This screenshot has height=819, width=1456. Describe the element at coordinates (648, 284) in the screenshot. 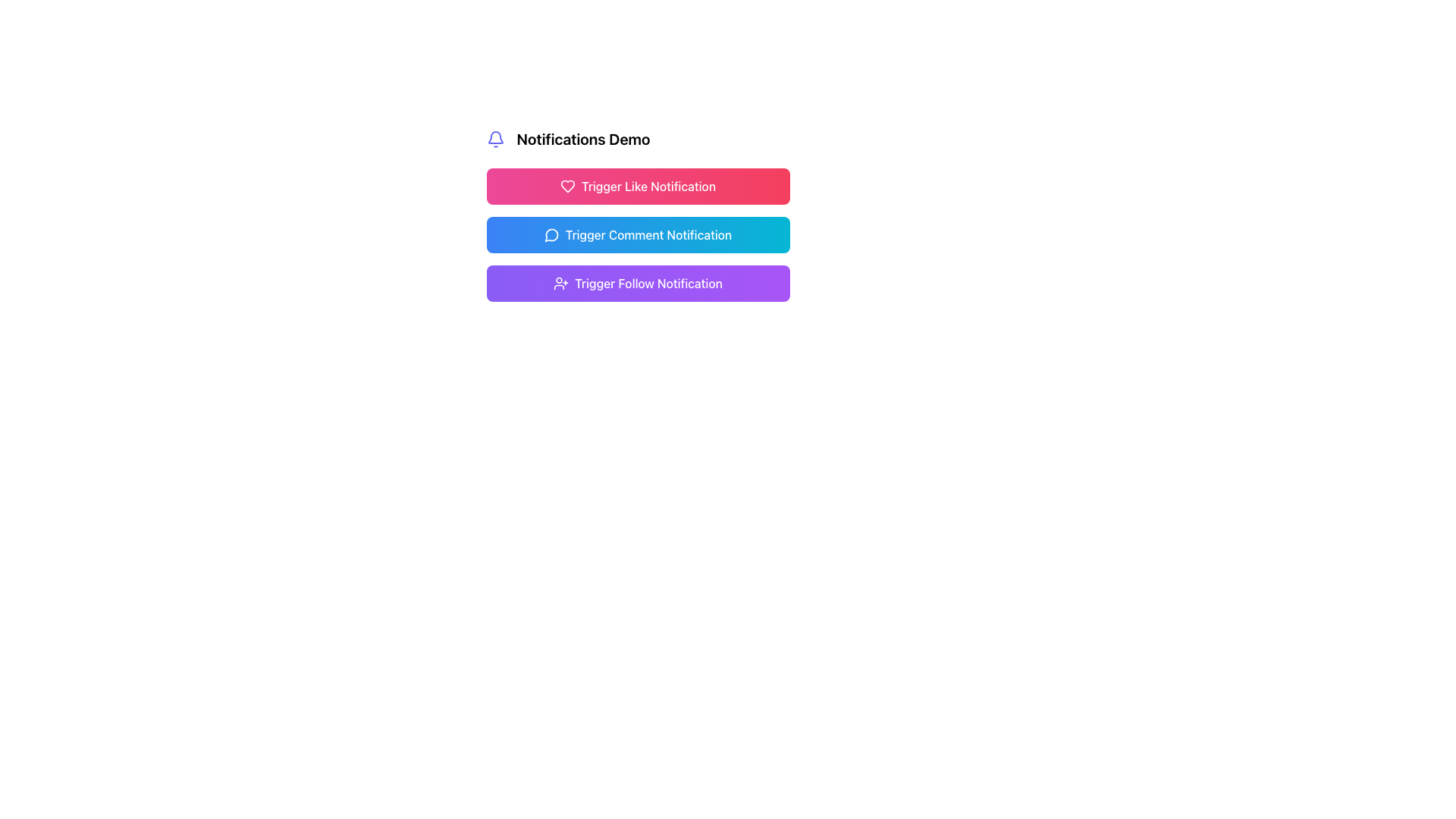

I see `the text label that reads 'Trigger Follow Notification' within the purple gradient button, which is the third button in the list below 'Trigger Comment Notification'` at that location.